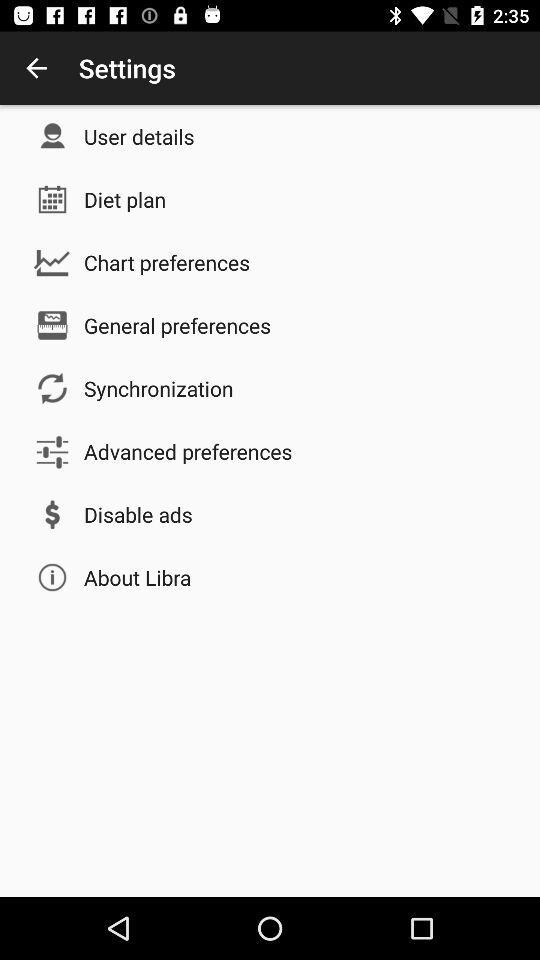  What do you see at coordinates (137, 513) in the screenshot?
I see `disable ads` at bounding box center [137, 513].